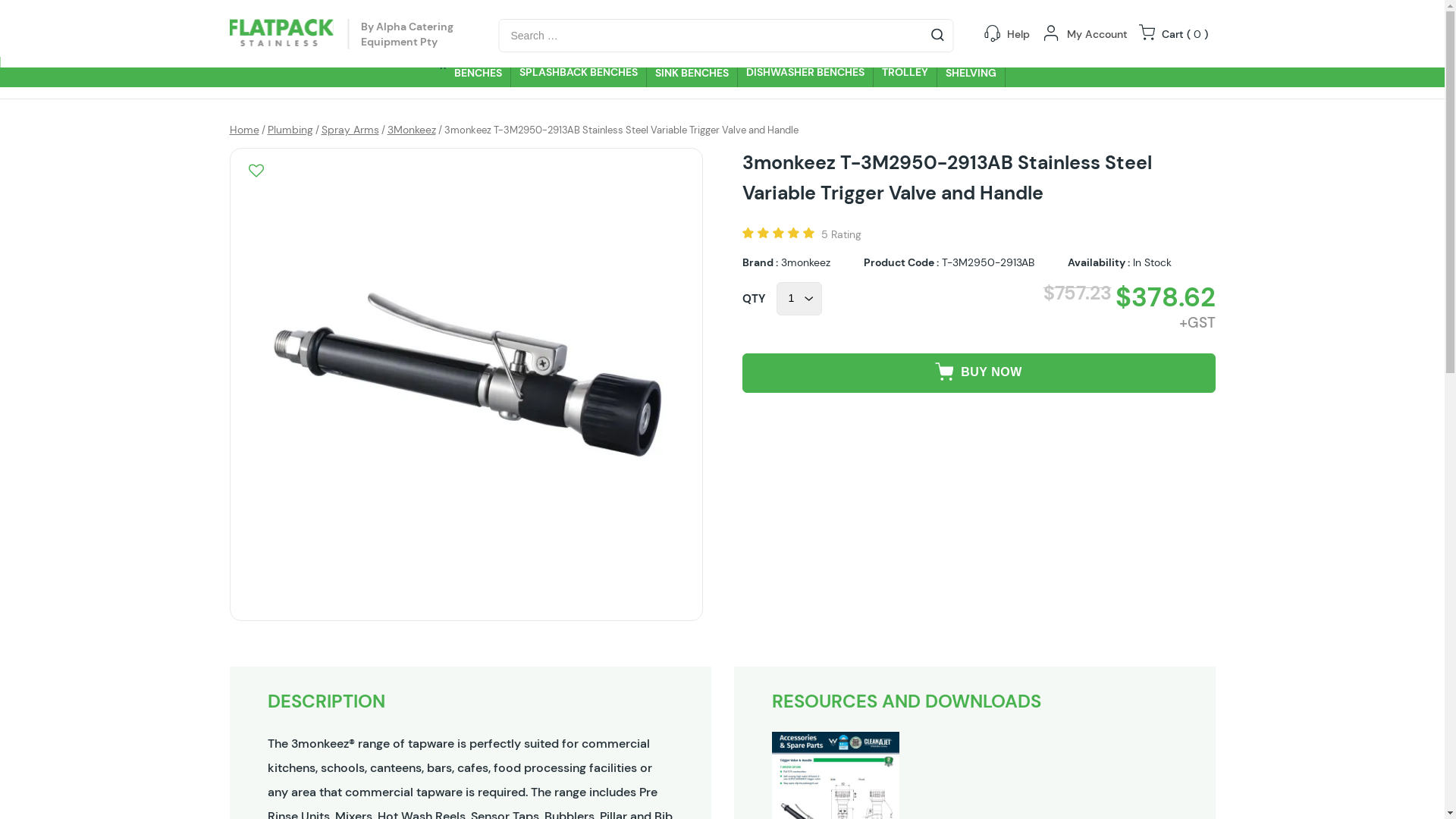  What do you see at coordinates (1096, 34) in the screenshot?
I see `'My Account'` at bounding box center [1096, 34].